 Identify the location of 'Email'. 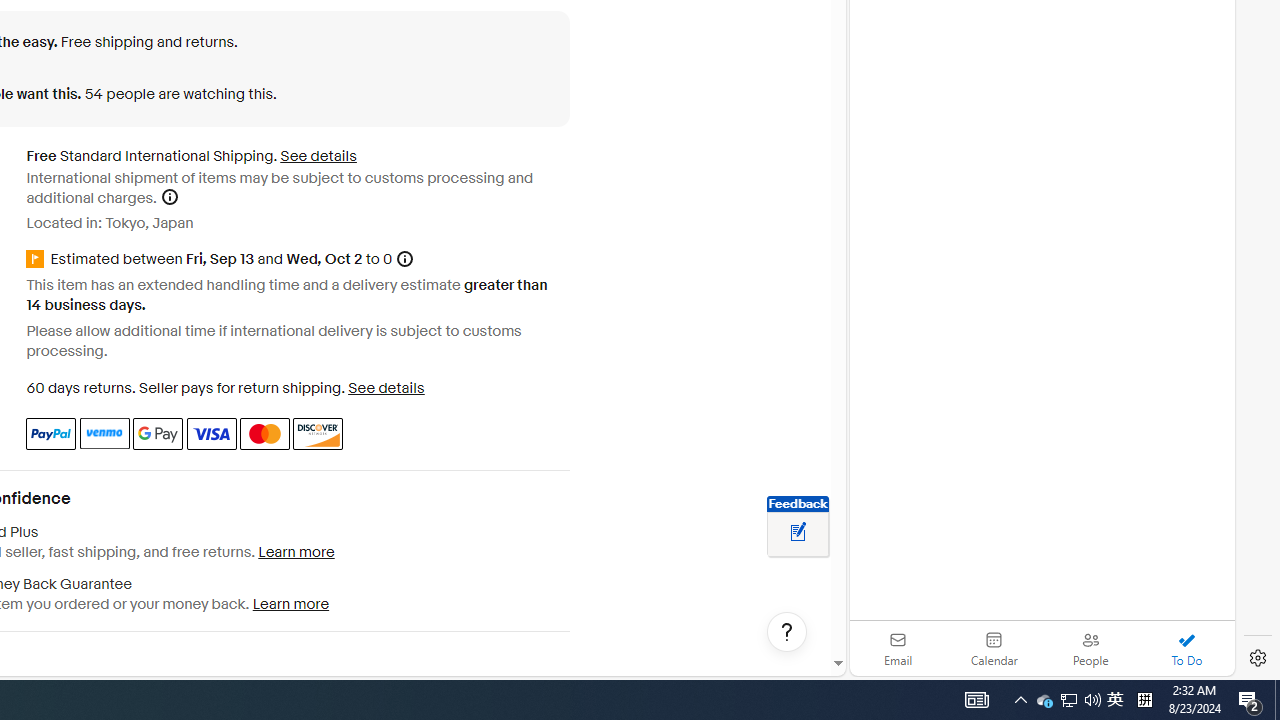
(897, 648).